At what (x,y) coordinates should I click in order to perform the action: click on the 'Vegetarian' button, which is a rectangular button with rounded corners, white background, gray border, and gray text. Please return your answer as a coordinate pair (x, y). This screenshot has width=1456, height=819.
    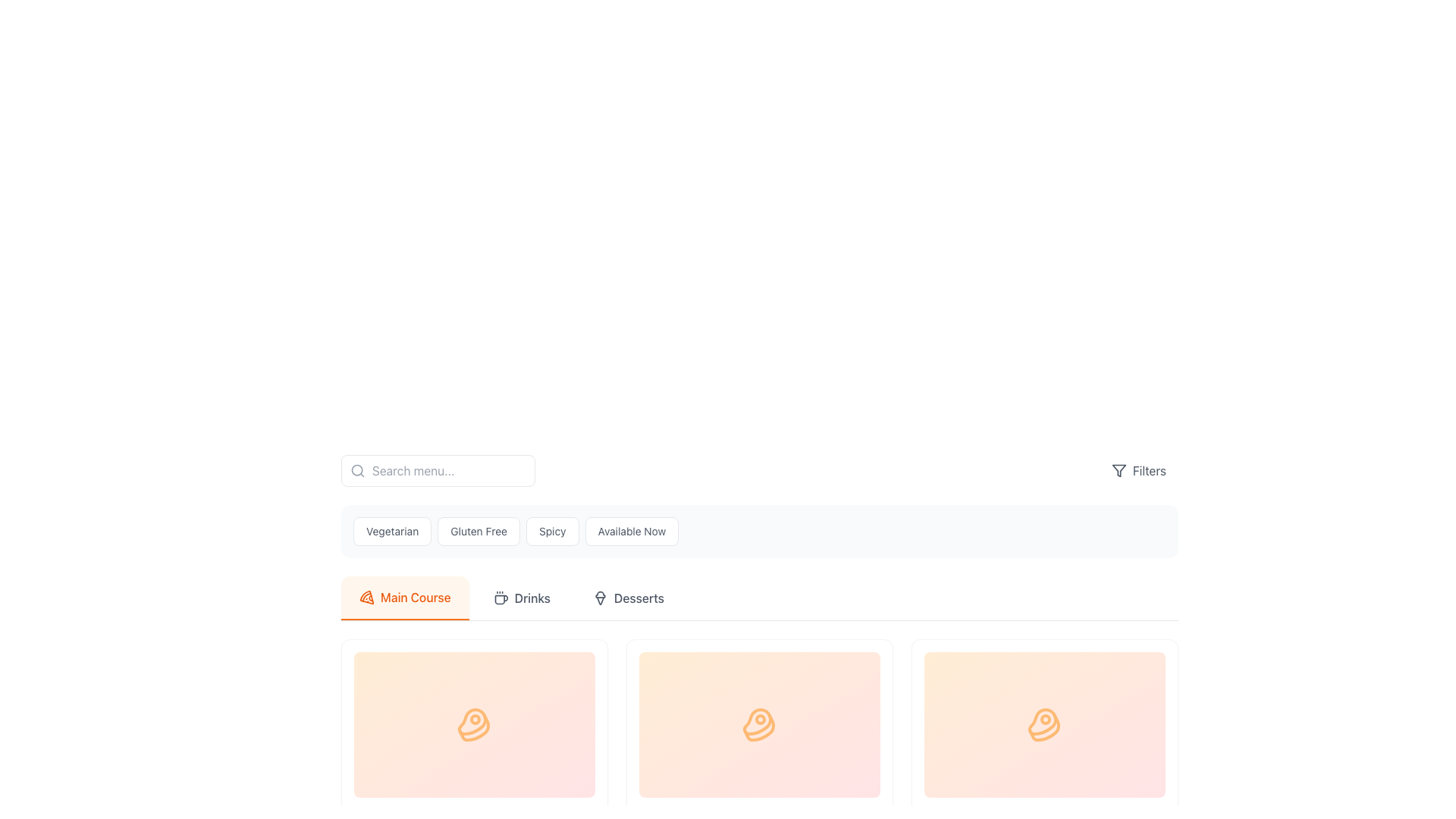
    Looking at the image, I should click on (392, 531).